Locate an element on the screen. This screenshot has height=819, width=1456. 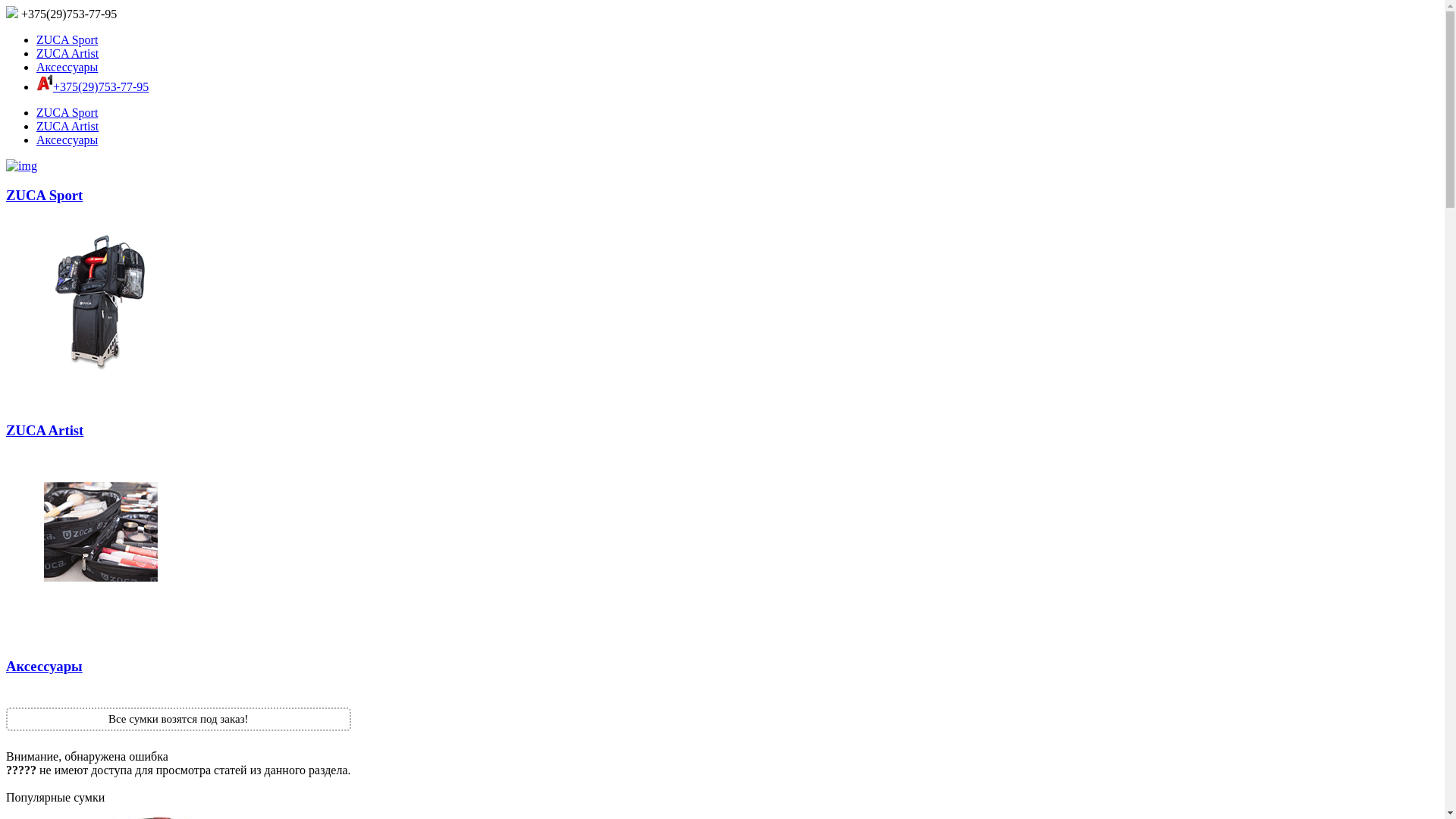
'ZUCA Sport' is located at coordinates (66, 39).